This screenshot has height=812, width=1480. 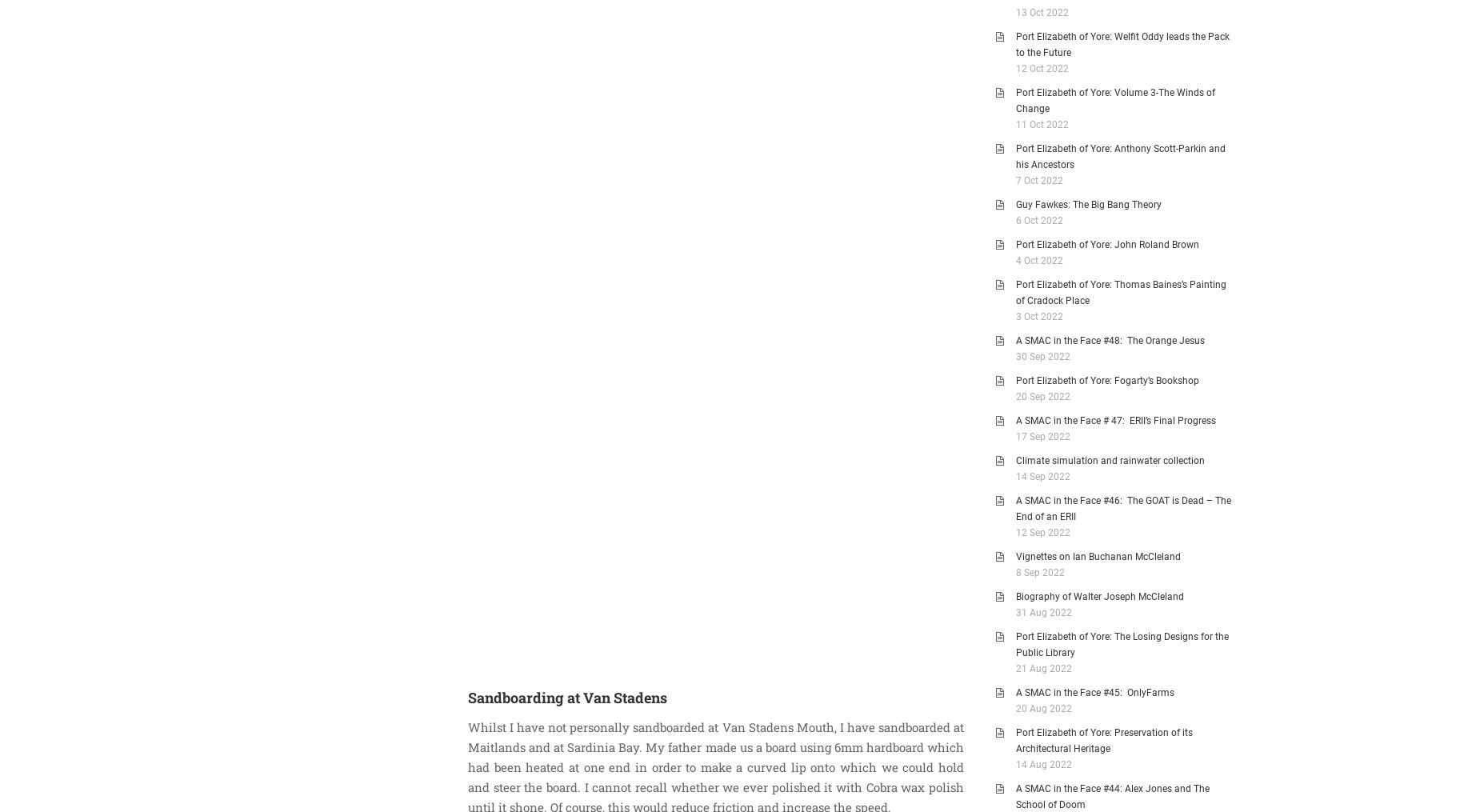 What do you see at coordinates (1015, 124) in the screenshot?
I see `'11 Oct 2022'` at bounding box center [1015, 124].